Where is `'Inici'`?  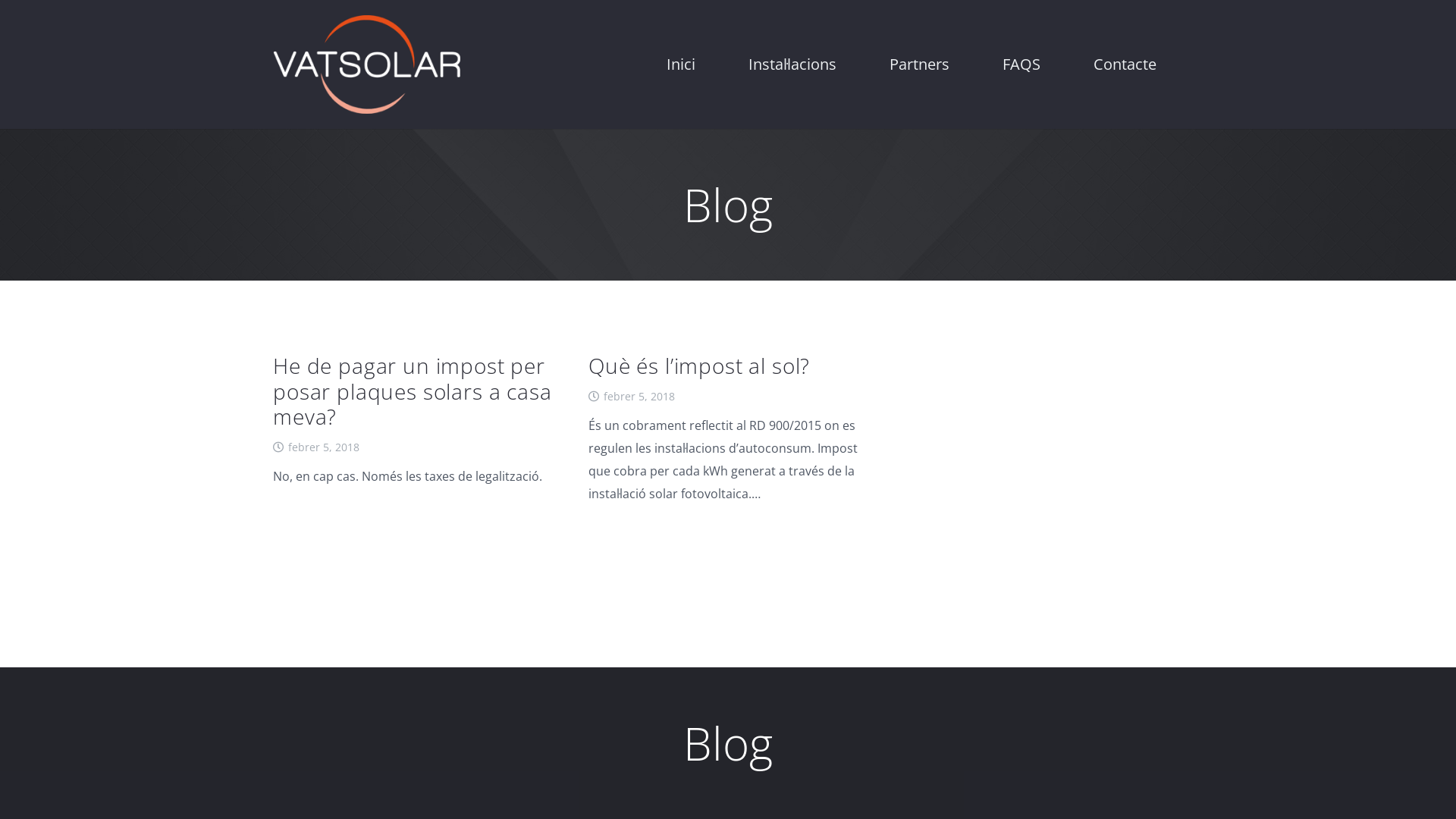
'Inici' is located at coordinates (640, 63).